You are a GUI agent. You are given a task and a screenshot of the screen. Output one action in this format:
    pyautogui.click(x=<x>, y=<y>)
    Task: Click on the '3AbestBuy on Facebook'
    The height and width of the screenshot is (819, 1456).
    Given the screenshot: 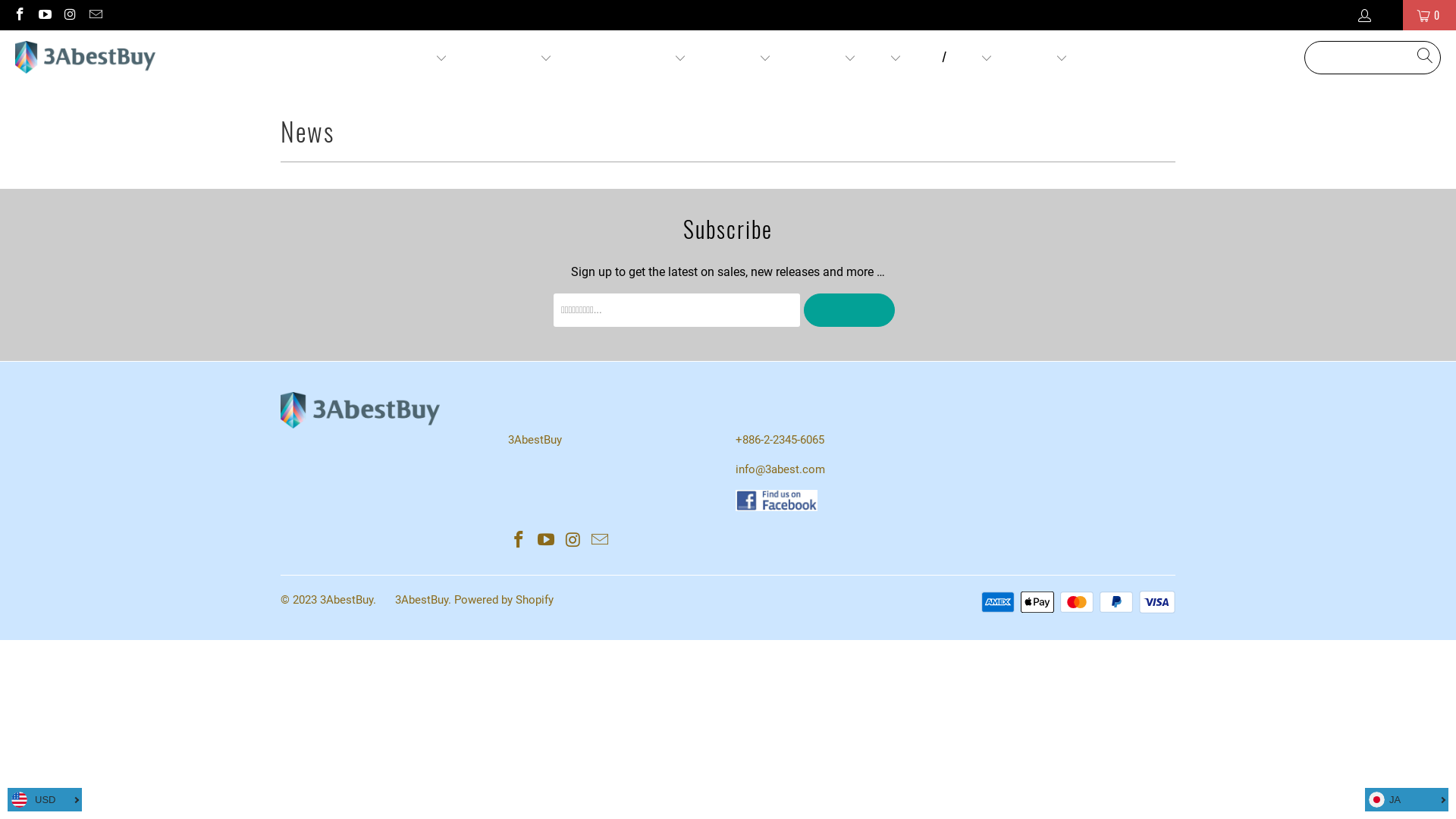 What is the action you would take?
    pyautogui.click(x=18, y=14)
    